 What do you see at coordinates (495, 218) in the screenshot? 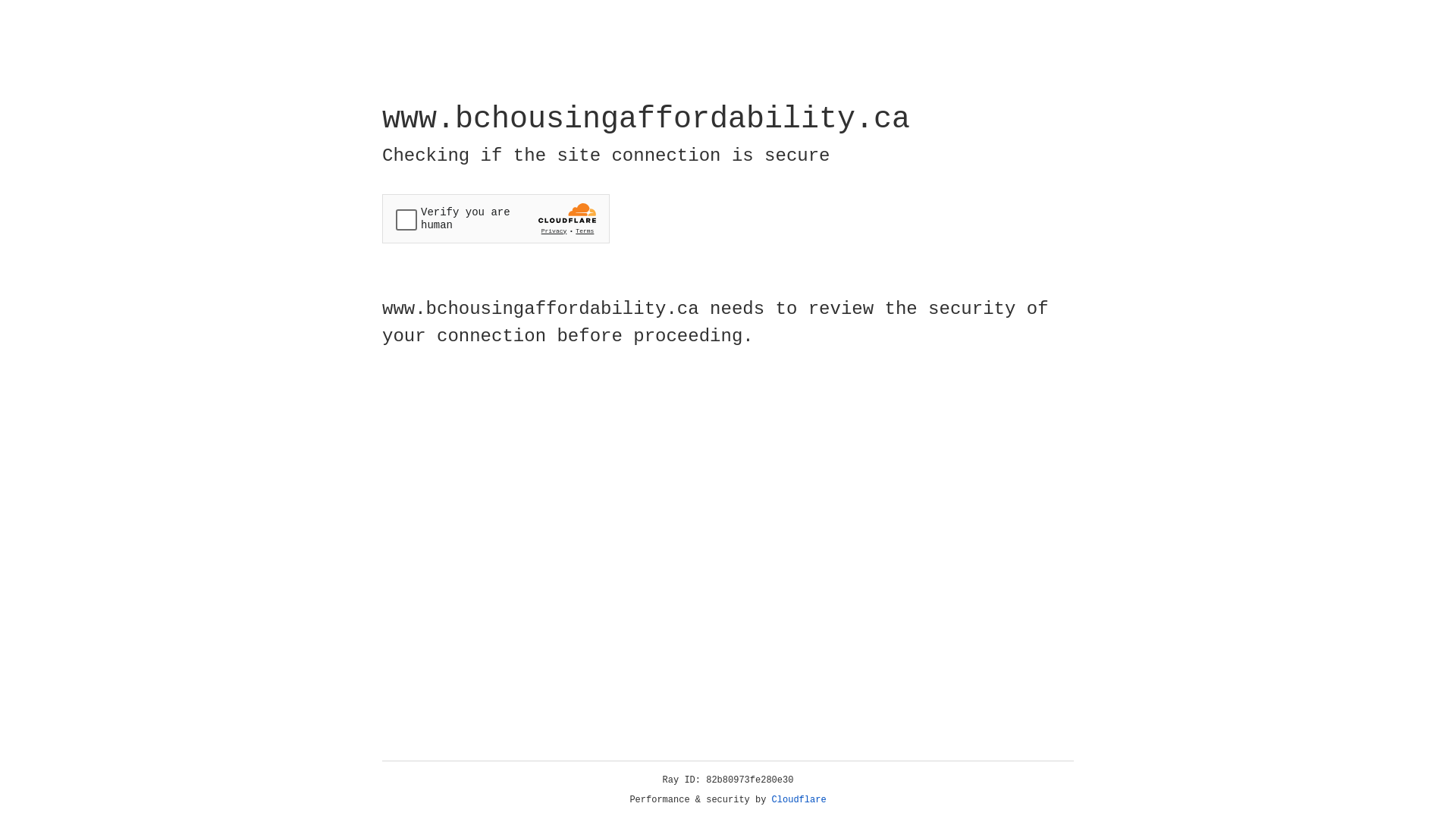
I see `'Widget containing a Cloudflare security challenge'` at bounding box center [495, 218].